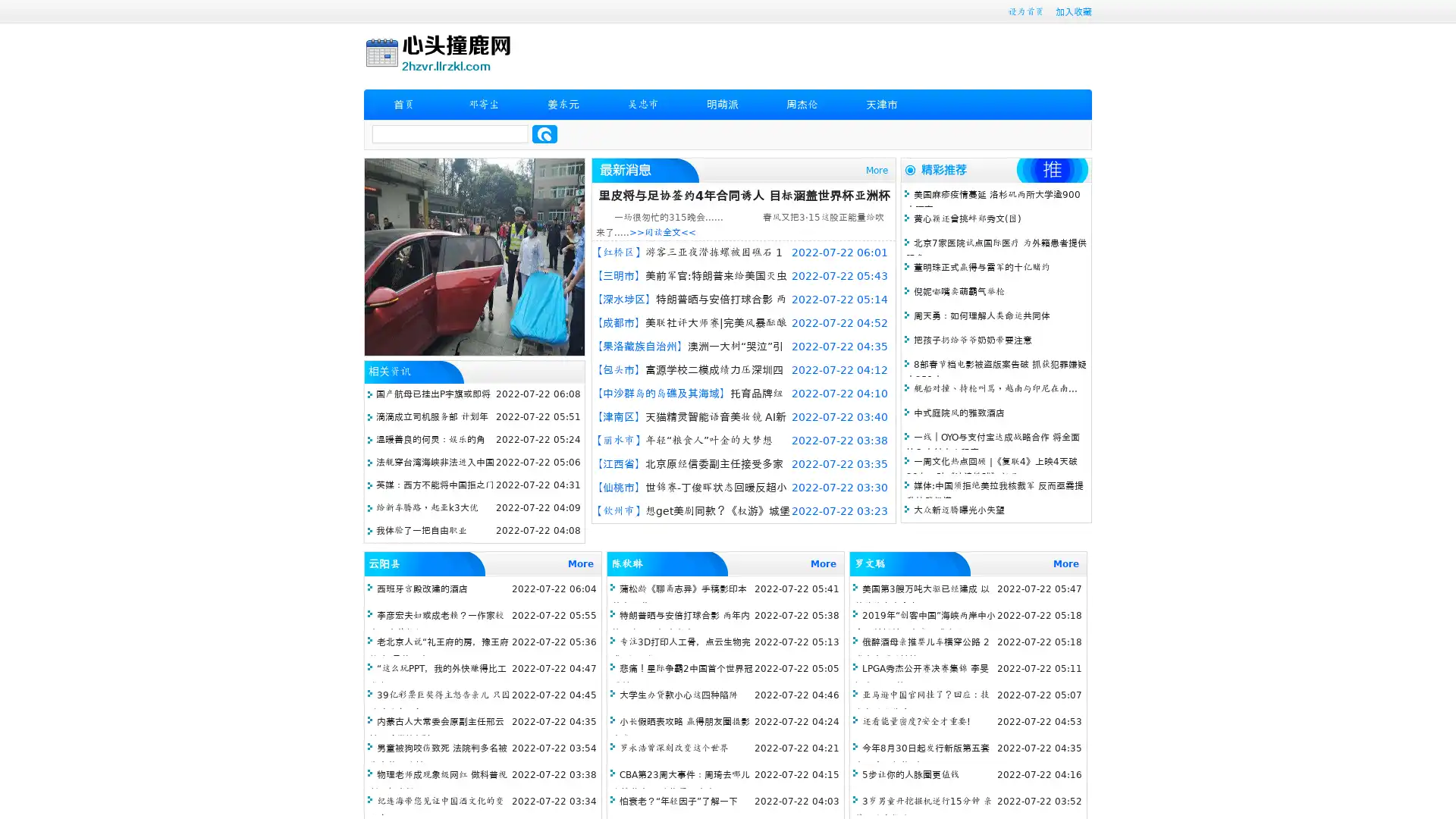 The image size is (1456, 819). What do you see at coordinates (544, 133) in the screenshot?
I see `Search` at bounding box center [544, 133].